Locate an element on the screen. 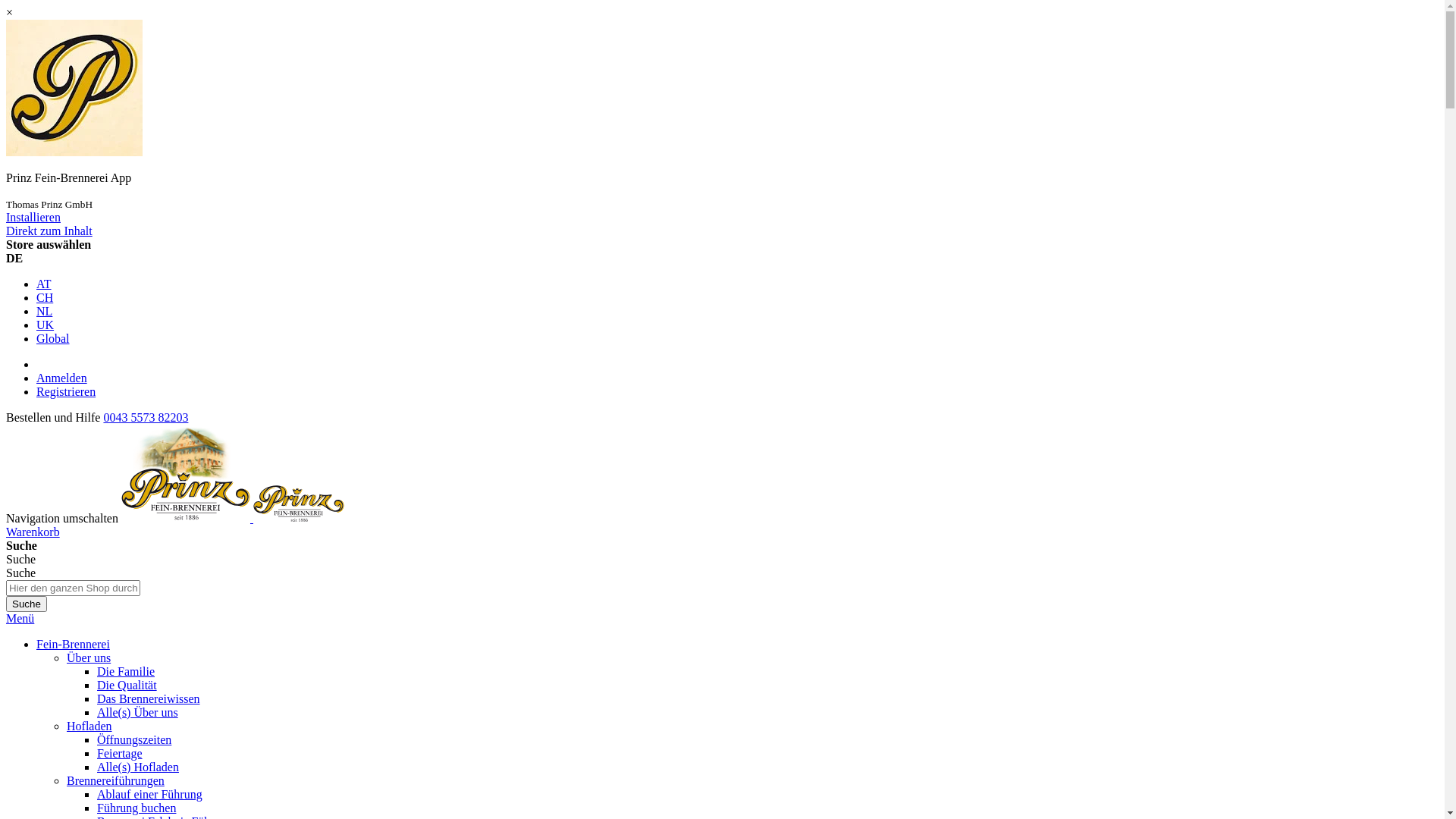  'AT' is located at coordinates (43, 284).